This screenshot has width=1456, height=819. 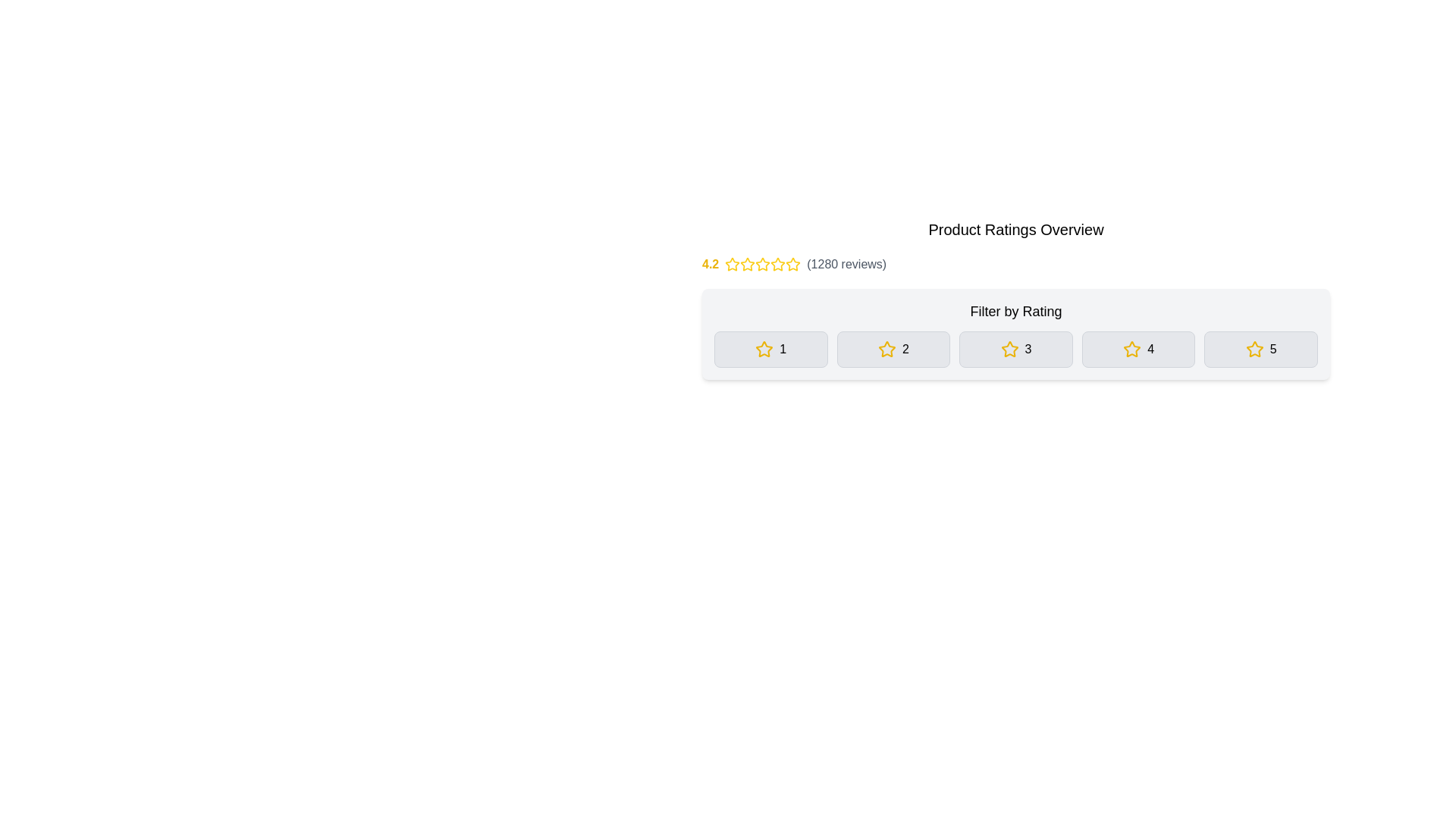 I want to click on the 'Filter by Rating' label, which is a bold text element located directly beneath the 'Product Ratings Overview' title and above the filter buttons, so click(x=1015, y=299).